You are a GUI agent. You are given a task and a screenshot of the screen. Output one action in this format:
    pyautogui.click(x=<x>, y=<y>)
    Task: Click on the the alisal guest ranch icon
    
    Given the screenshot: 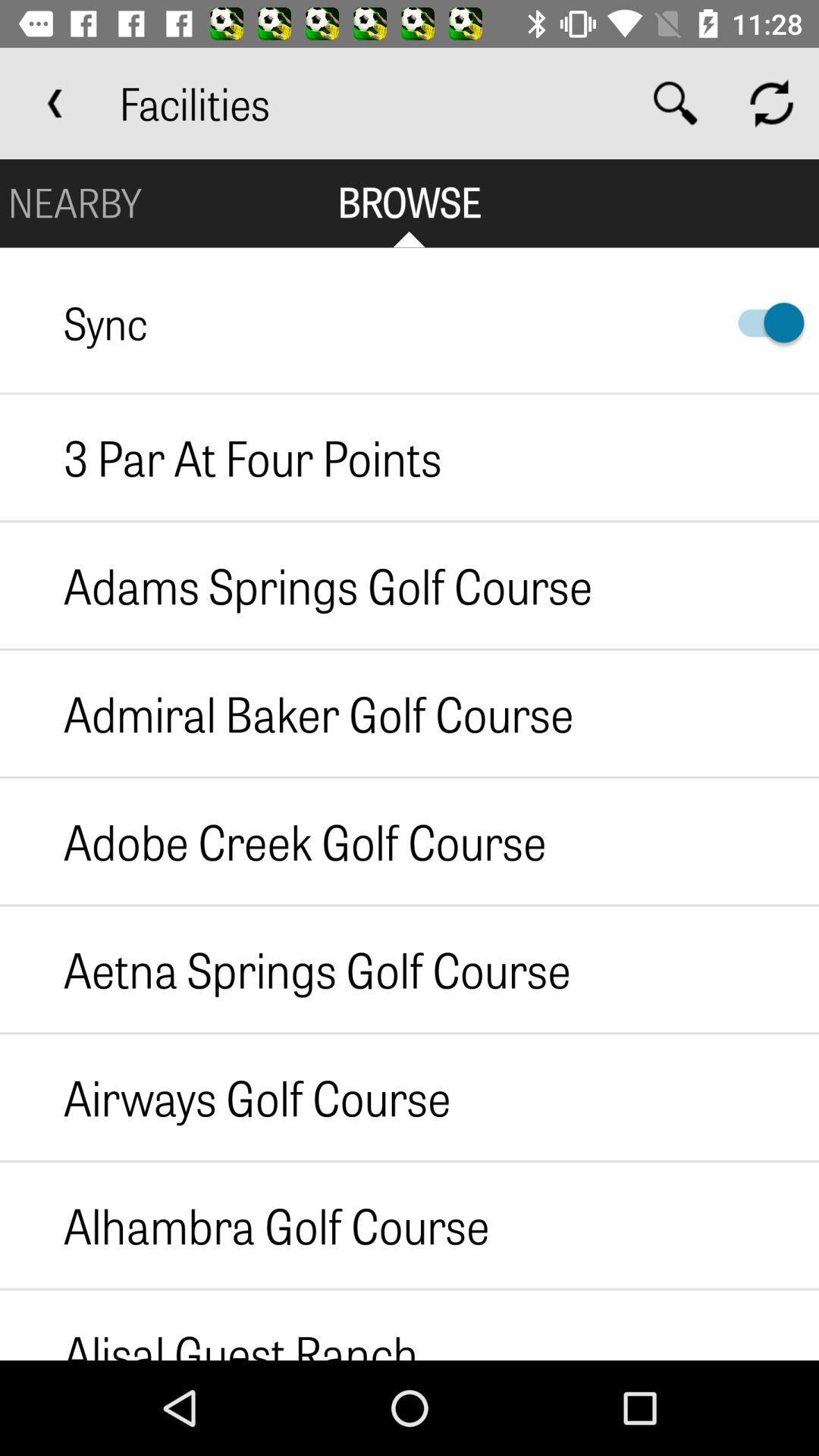 What is the action you would take?
    pyautogui.click(x=209, y=1324)
    